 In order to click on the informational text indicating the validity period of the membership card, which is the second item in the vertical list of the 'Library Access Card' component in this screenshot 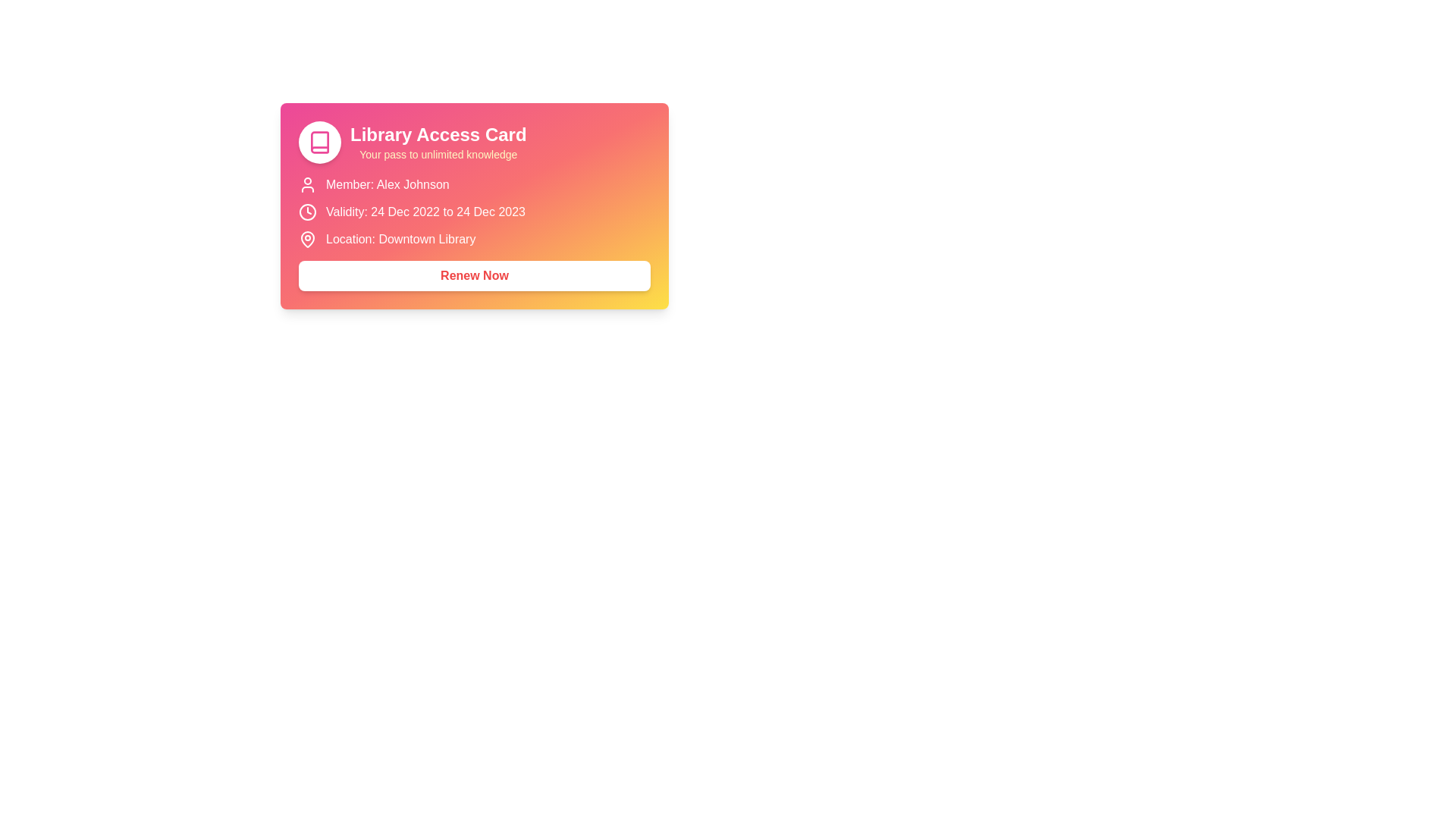, I will do `click(473, 212)`.